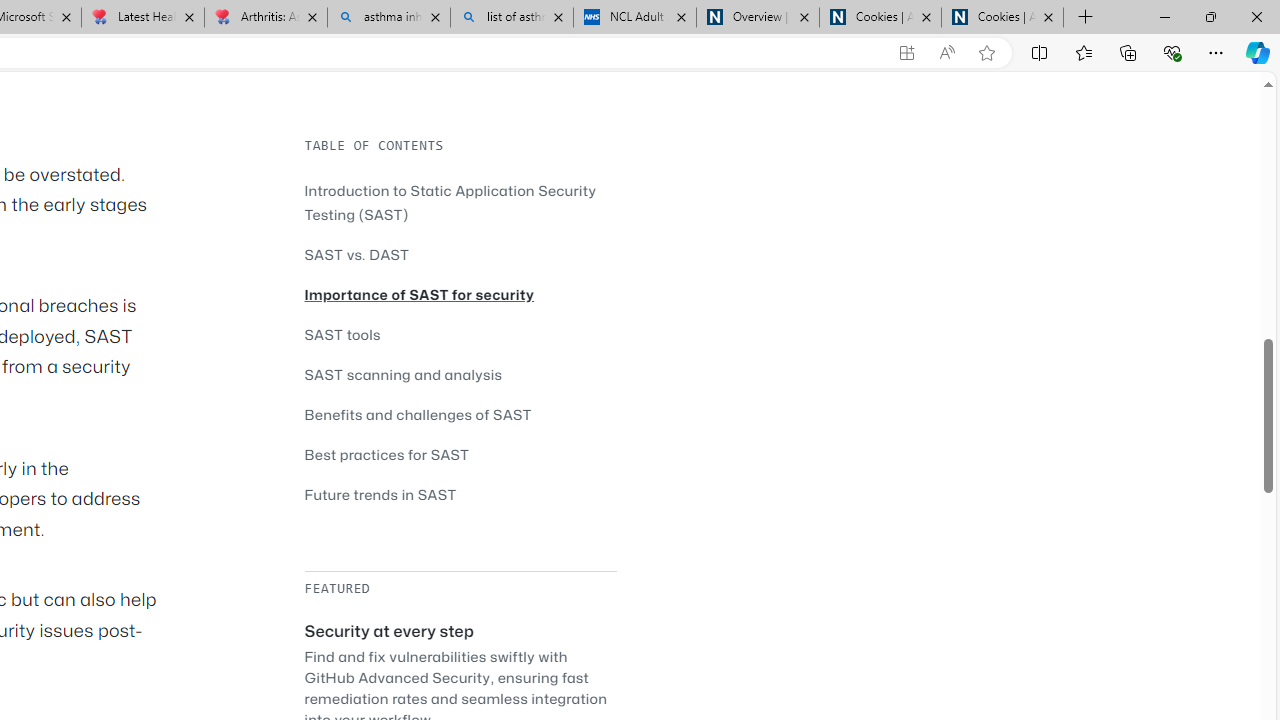 Image resolution: width=1280 pixels, height=720 pixels. I want to click on 'SAST scanning and analysis', so click(459, 374).